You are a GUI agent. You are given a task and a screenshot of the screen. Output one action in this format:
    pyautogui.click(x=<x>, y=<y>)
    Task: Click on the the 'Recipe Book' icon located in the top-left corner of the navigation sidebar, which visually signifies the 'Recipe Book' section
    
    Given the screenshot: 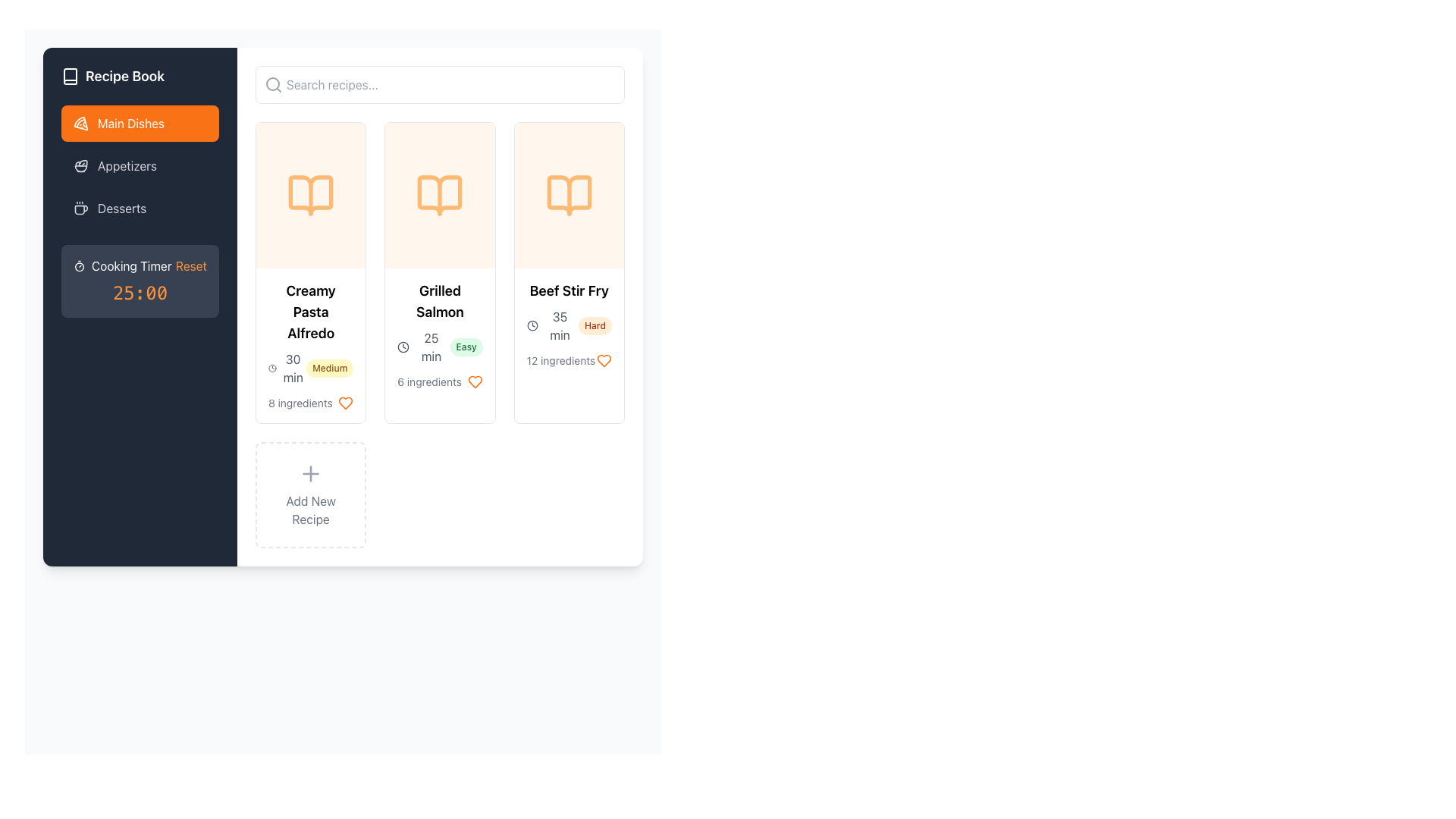 What is the action you would take?
    pyautogui.click(x=69, y=76)
    